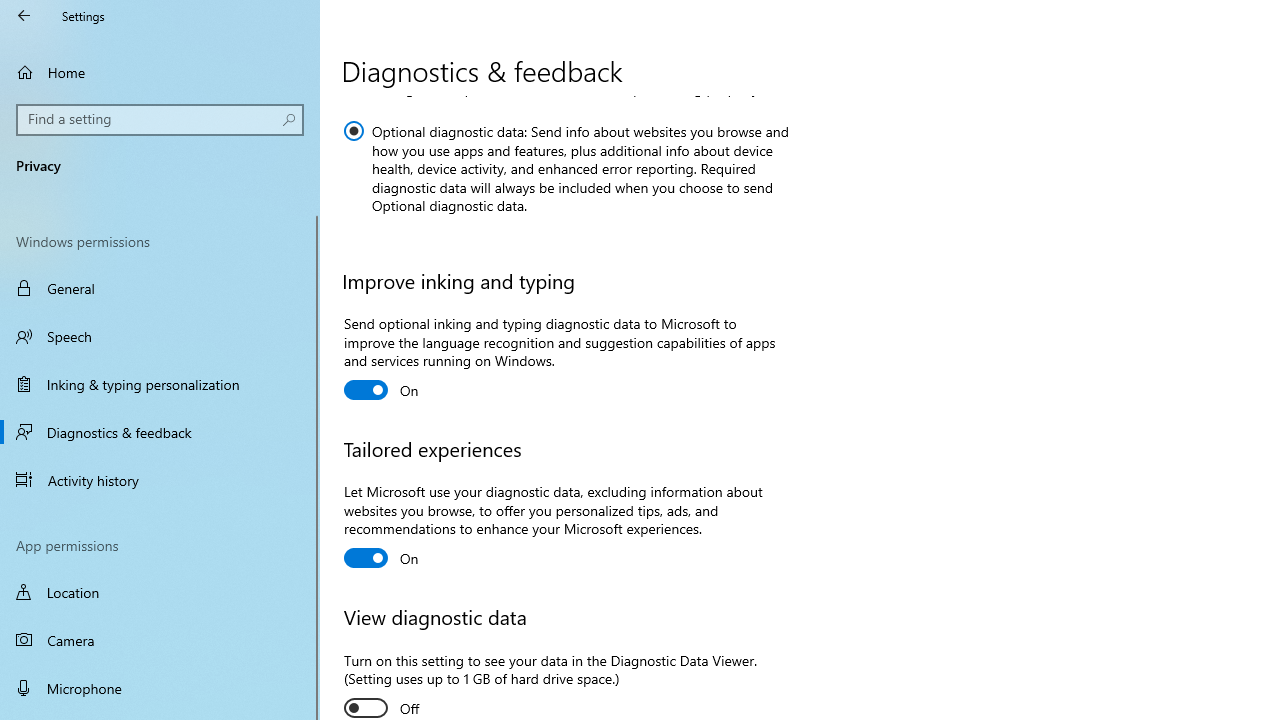 This screenshot has width=1280, height=720. I want to click on 'Microphone', so click(160, 686).